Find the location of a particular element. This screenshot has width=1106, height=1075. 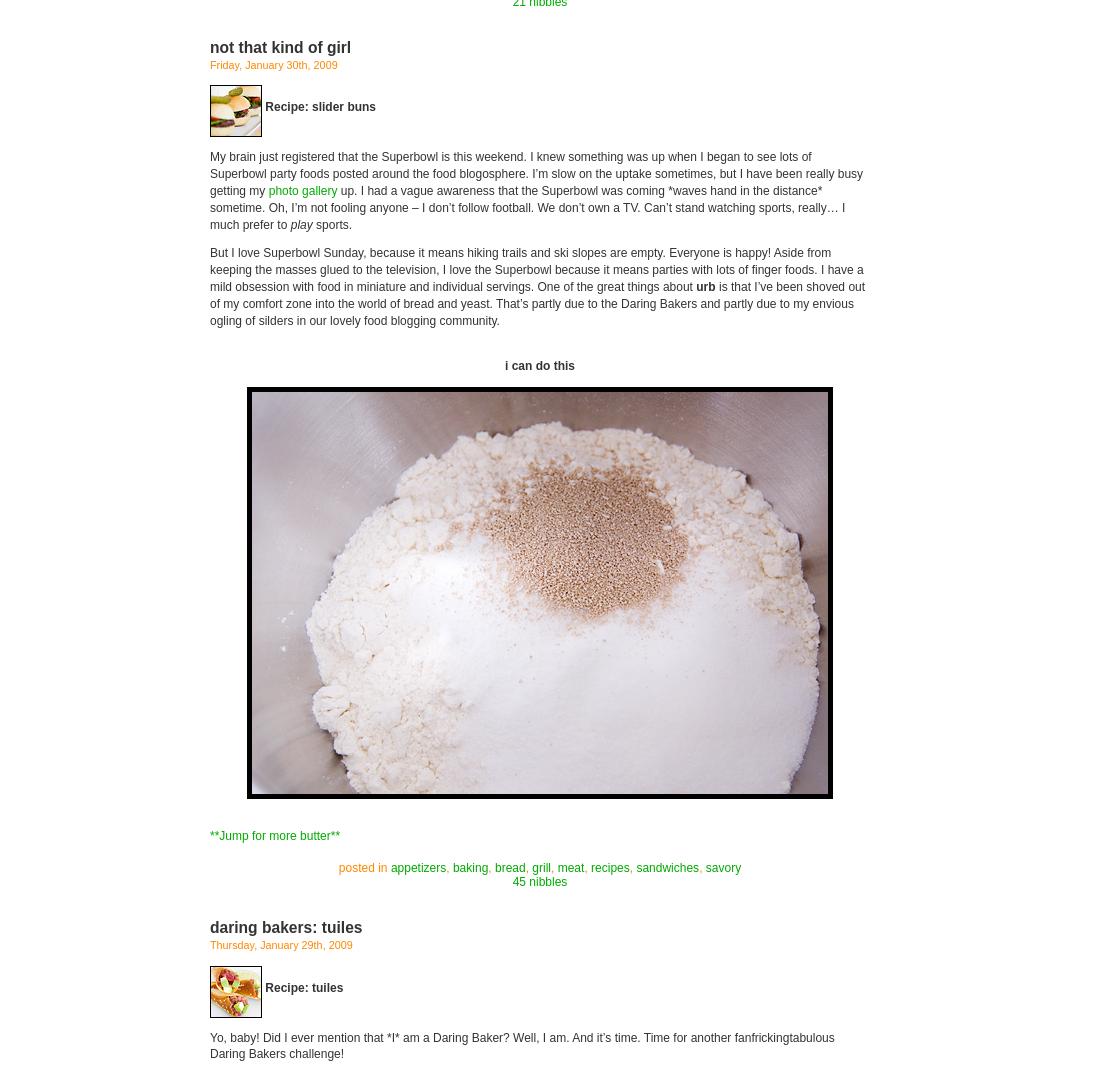

'i can do this' is located at coordinates (538, 366).